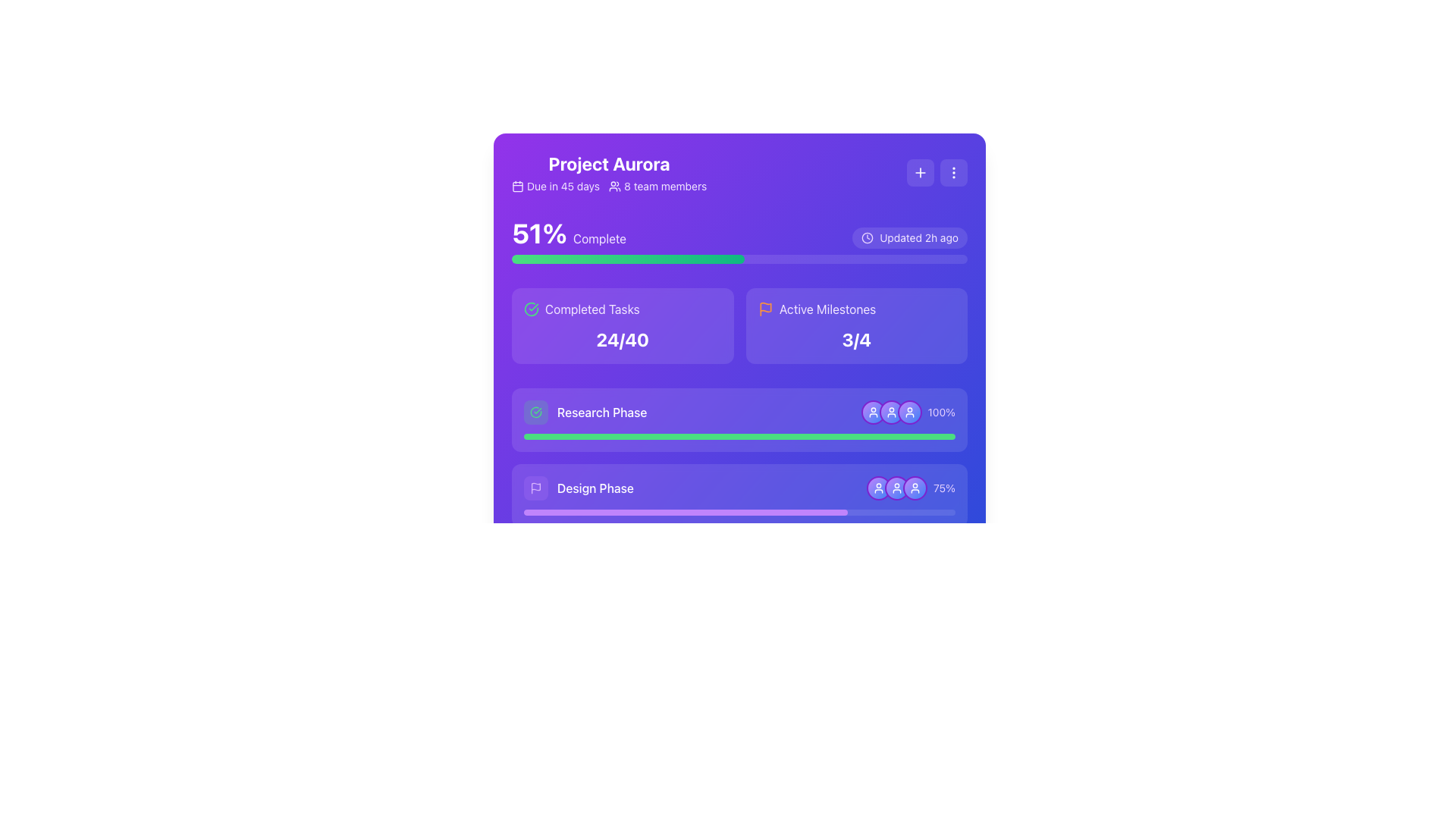  What do you see at coordinates (739, 240) in the screenshot?
I see `the progress bar component that displays the current completion percentage and last update information, located below the main project title and description in the project overview card` at bounding box center [739, 240].